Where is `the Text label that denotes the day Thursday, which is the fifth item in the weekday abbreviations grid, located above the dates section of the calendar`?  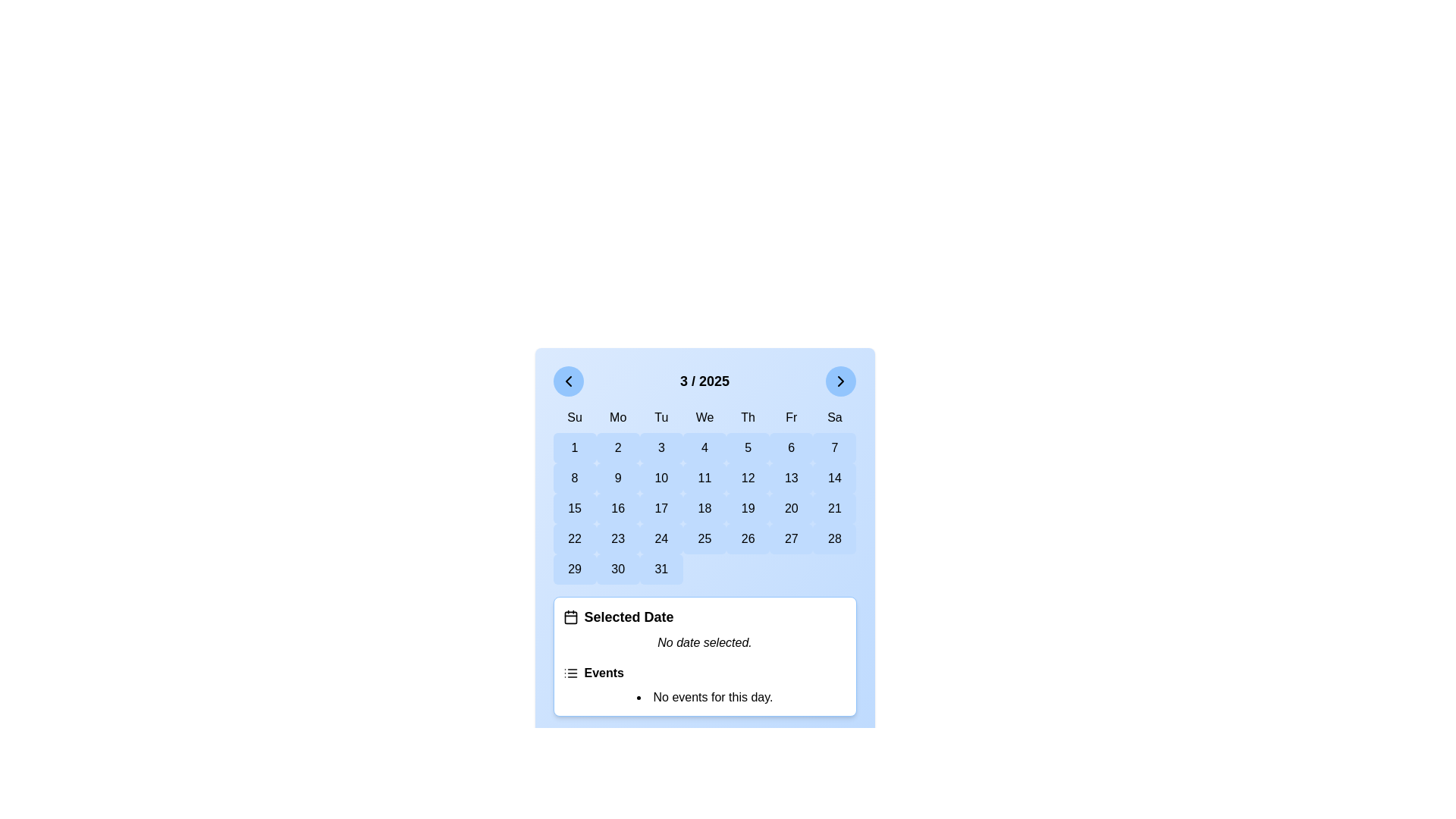 the Text label that denotes the day Thursday, which is the fifth item in the weekday abbreviations grid, located above the dates section of the calendar is located at coordinates (748, 418).